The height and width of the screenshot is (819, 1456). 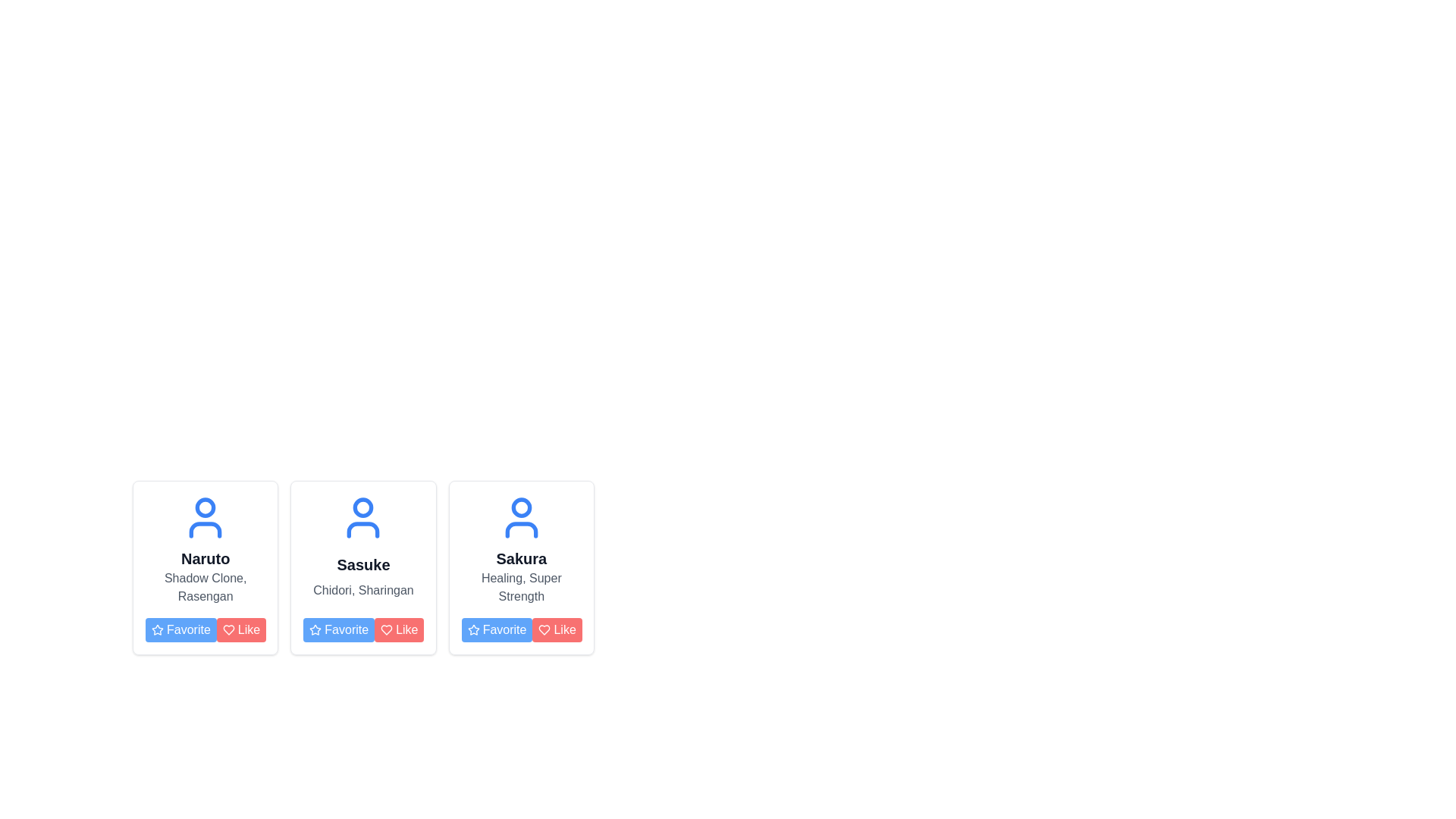 I want to click on the star icon, which is the first element in the 'Favorite' button, so click(x=315, y=629).